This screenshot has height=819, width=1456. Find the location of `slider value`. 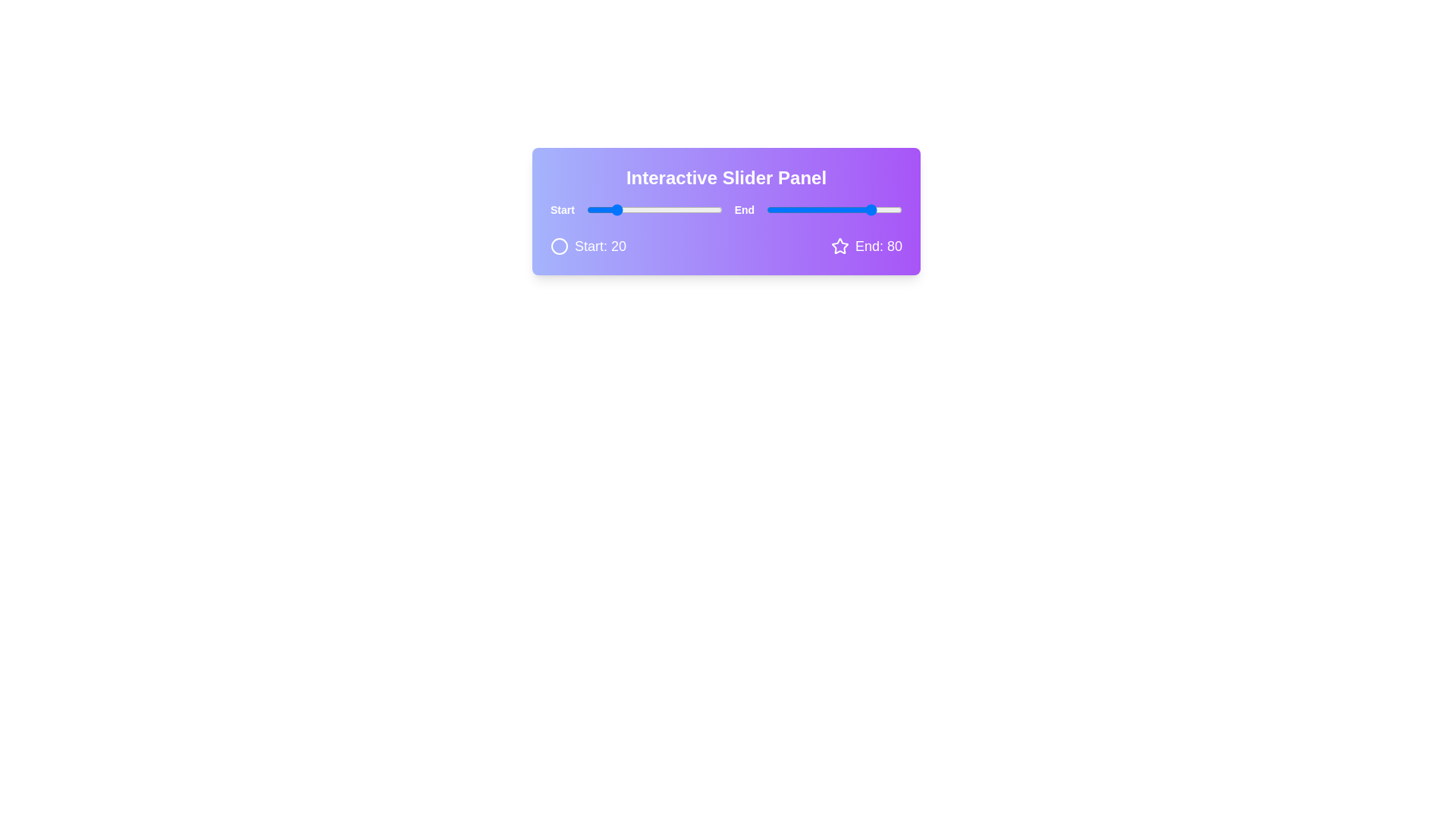

slider value is located at coordinates (625, 210).